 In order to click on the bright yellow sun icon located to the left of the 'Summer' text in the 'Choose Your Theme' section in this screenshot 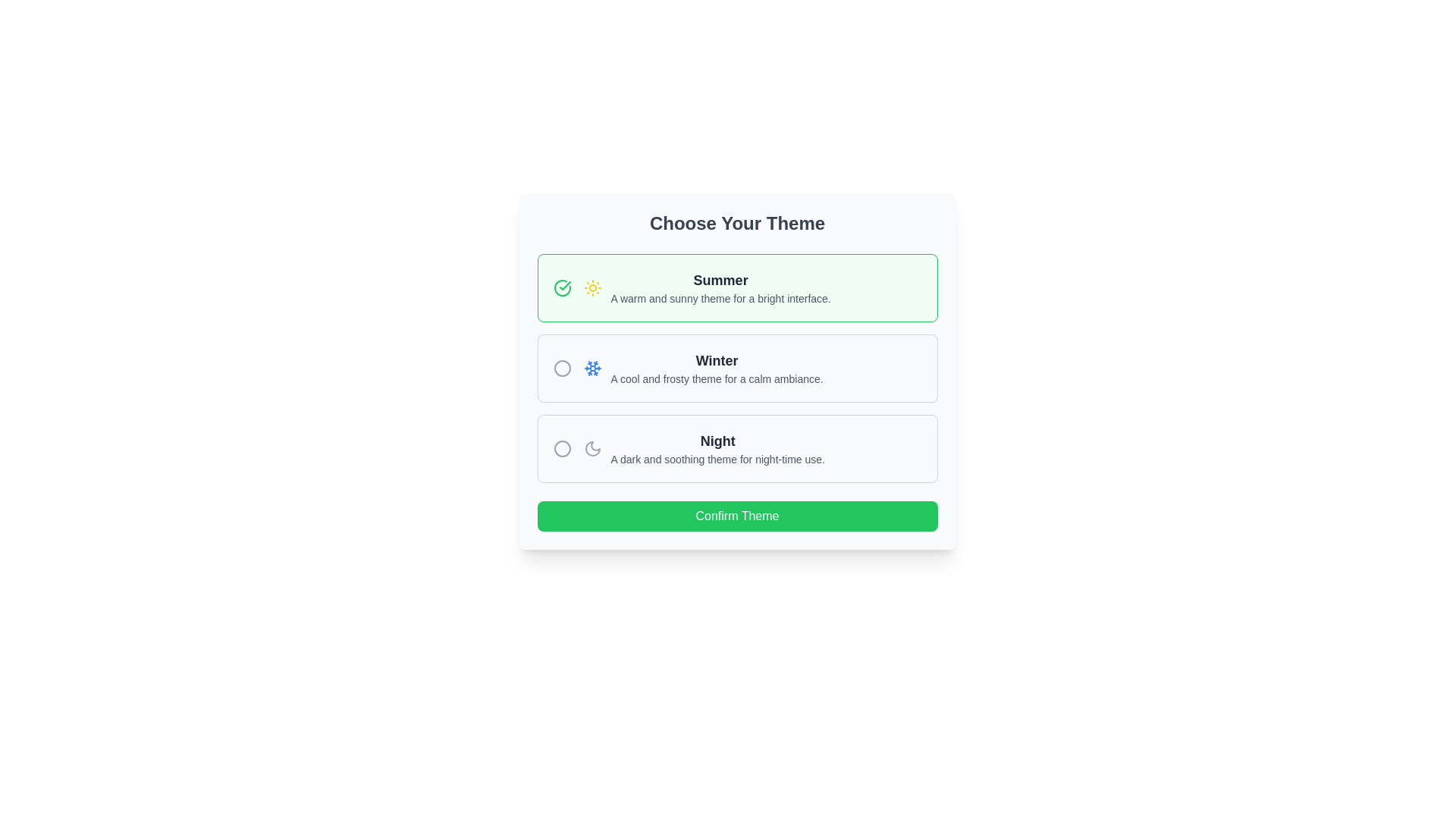, I will do `click(591, 288)`.